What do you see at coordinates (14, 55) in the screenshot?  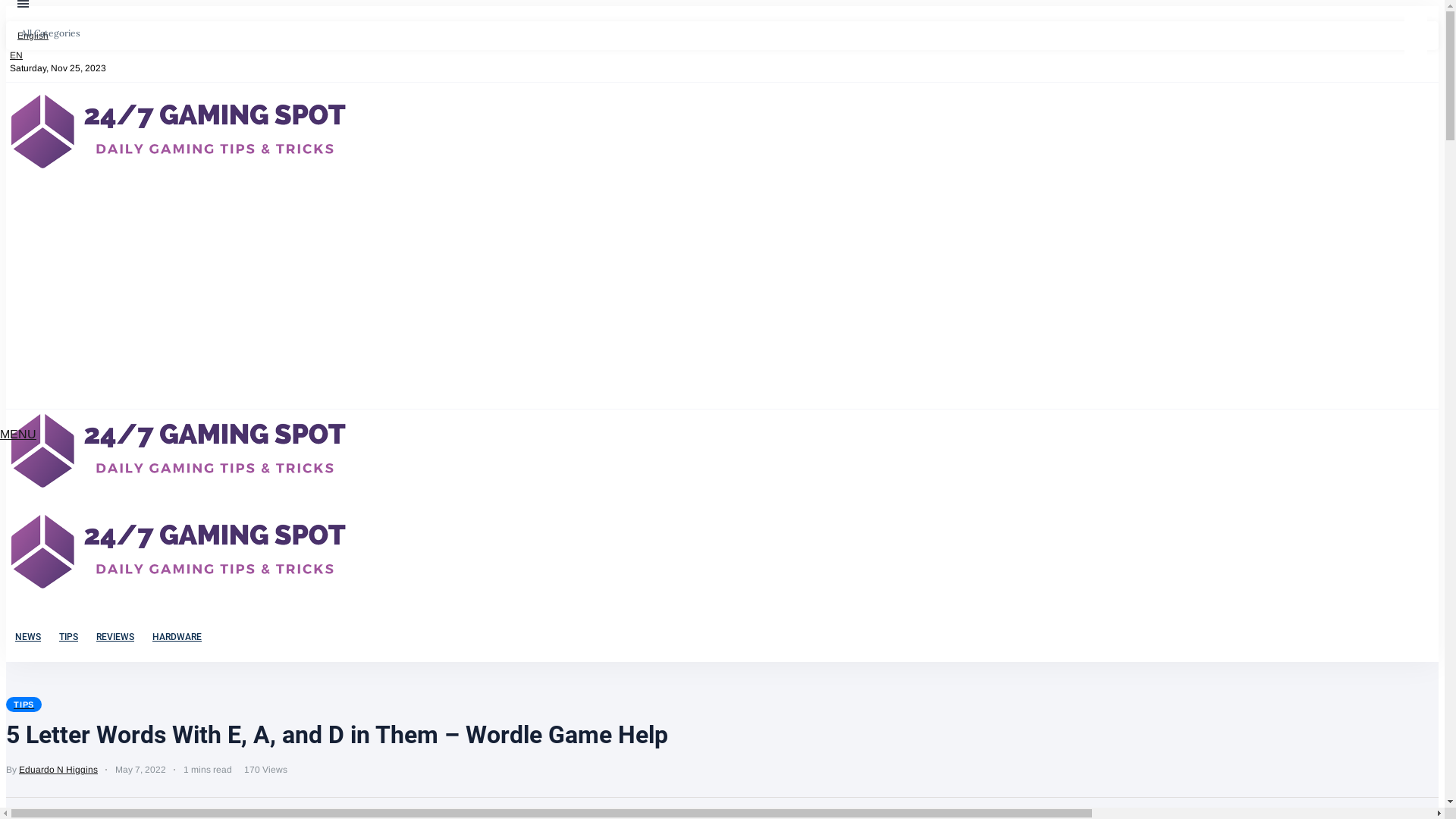 I see `'EN'` at bounding box center [14, 55].